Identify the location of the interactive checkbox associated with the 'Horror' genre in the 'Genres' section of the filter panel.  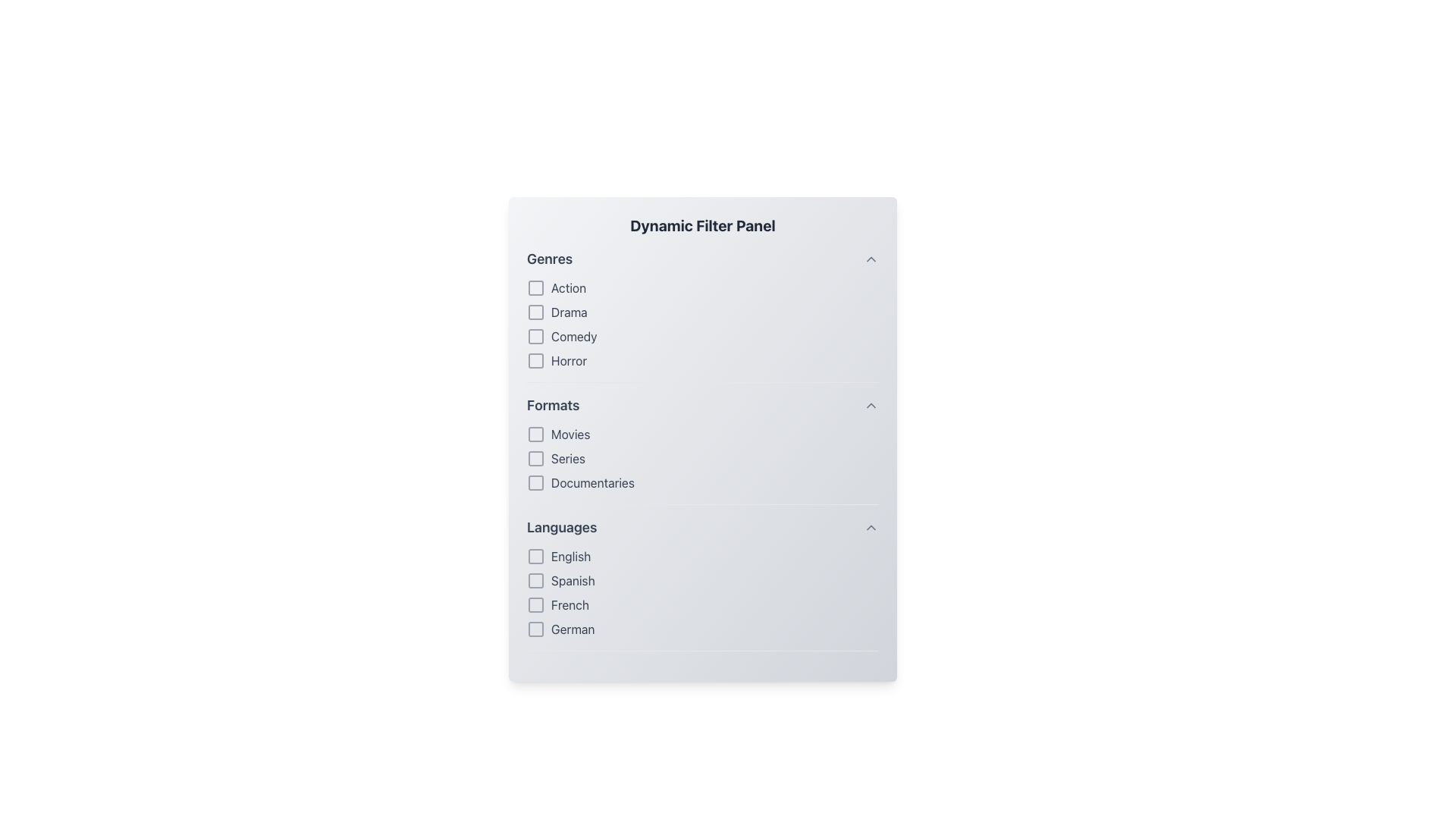
(535, 360).